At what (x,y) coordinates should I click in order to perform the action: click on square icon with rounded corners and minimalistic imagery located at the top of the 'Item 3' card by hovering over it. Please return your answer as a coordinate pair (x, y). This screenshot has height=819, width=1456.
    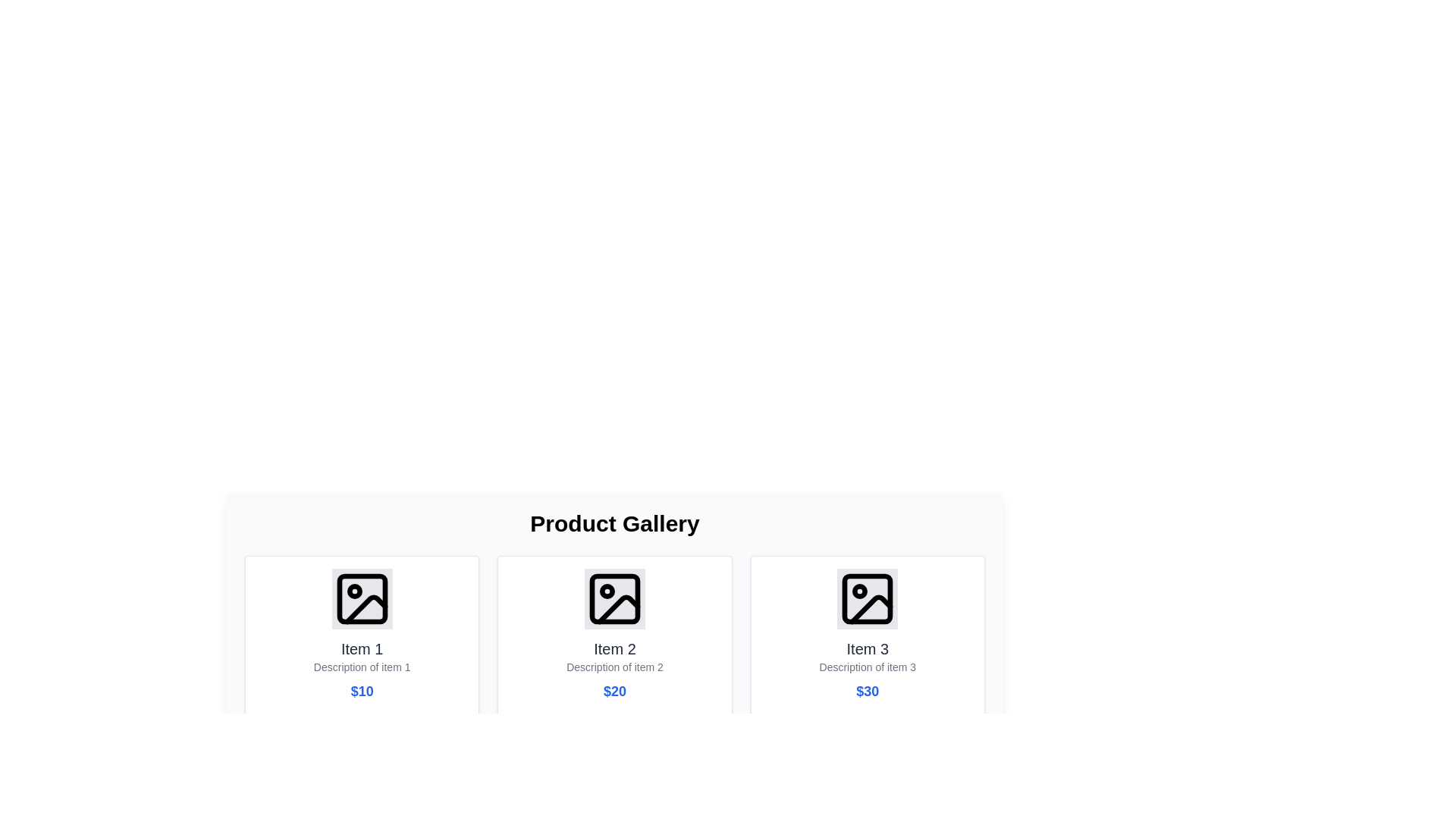
    Looking at the image, I should click on (868, 598).